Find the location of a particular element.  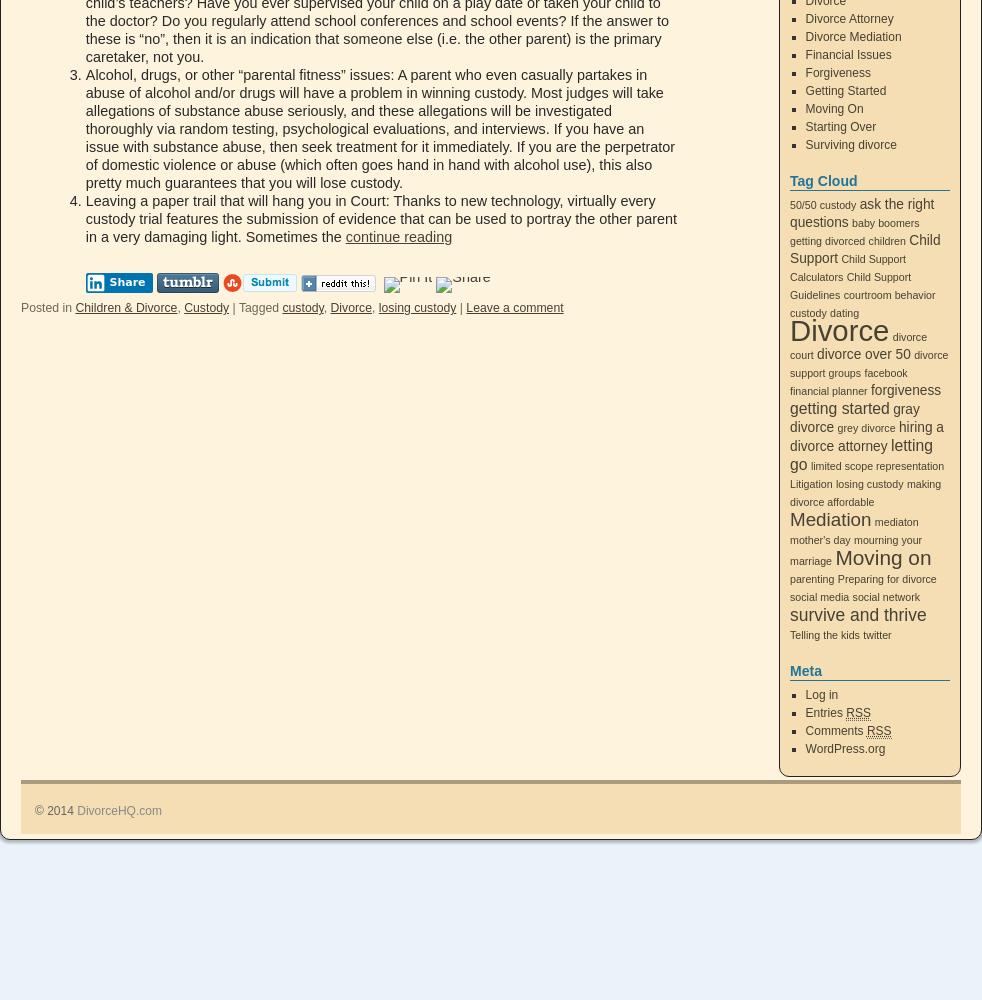

'Log in' is located at coordinates (821, 694).